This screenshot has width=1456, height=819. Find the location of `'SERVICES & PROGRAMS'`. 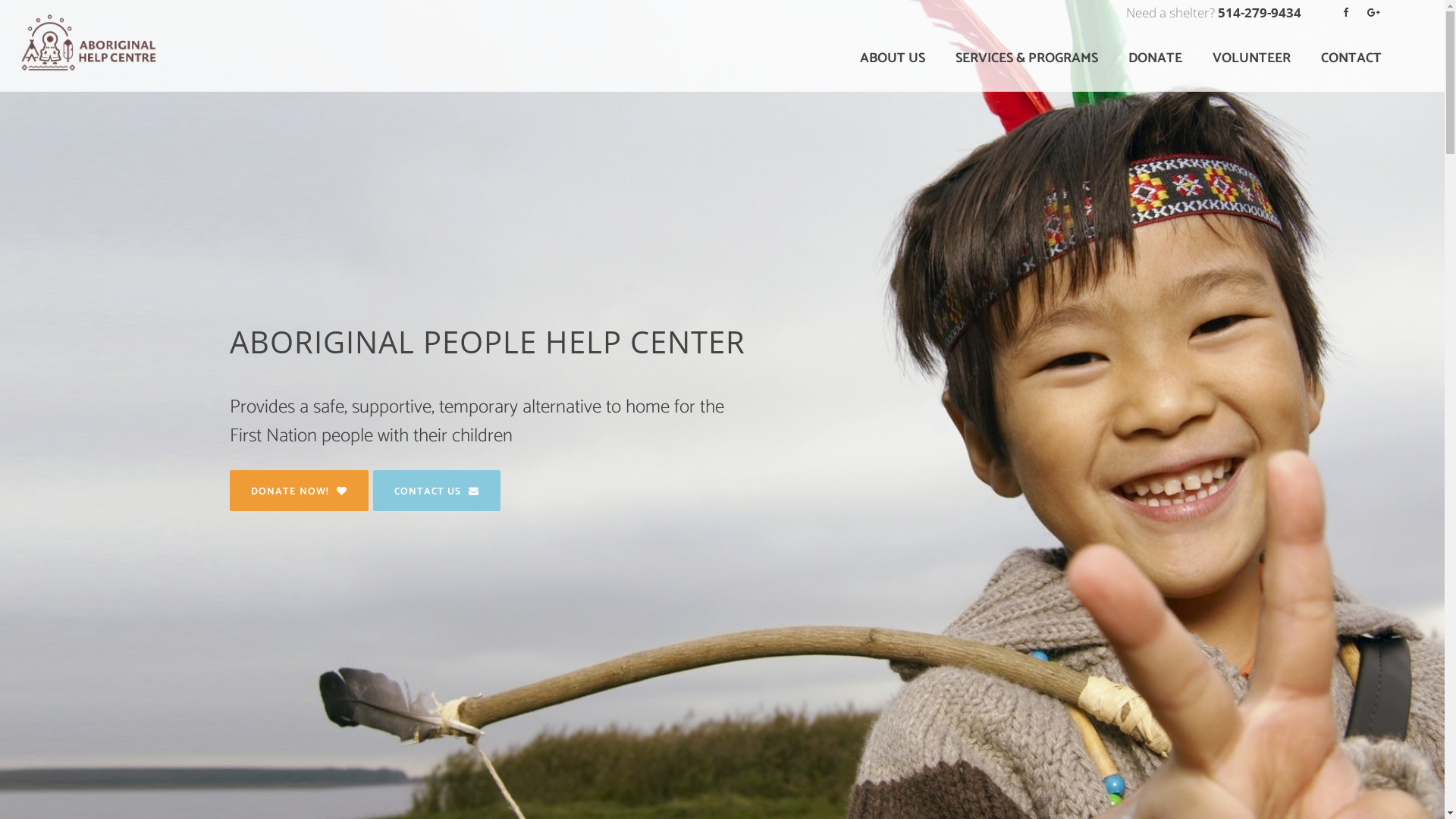

'SERVICES & PROGRAMS' is located at coordinates (939, 58).